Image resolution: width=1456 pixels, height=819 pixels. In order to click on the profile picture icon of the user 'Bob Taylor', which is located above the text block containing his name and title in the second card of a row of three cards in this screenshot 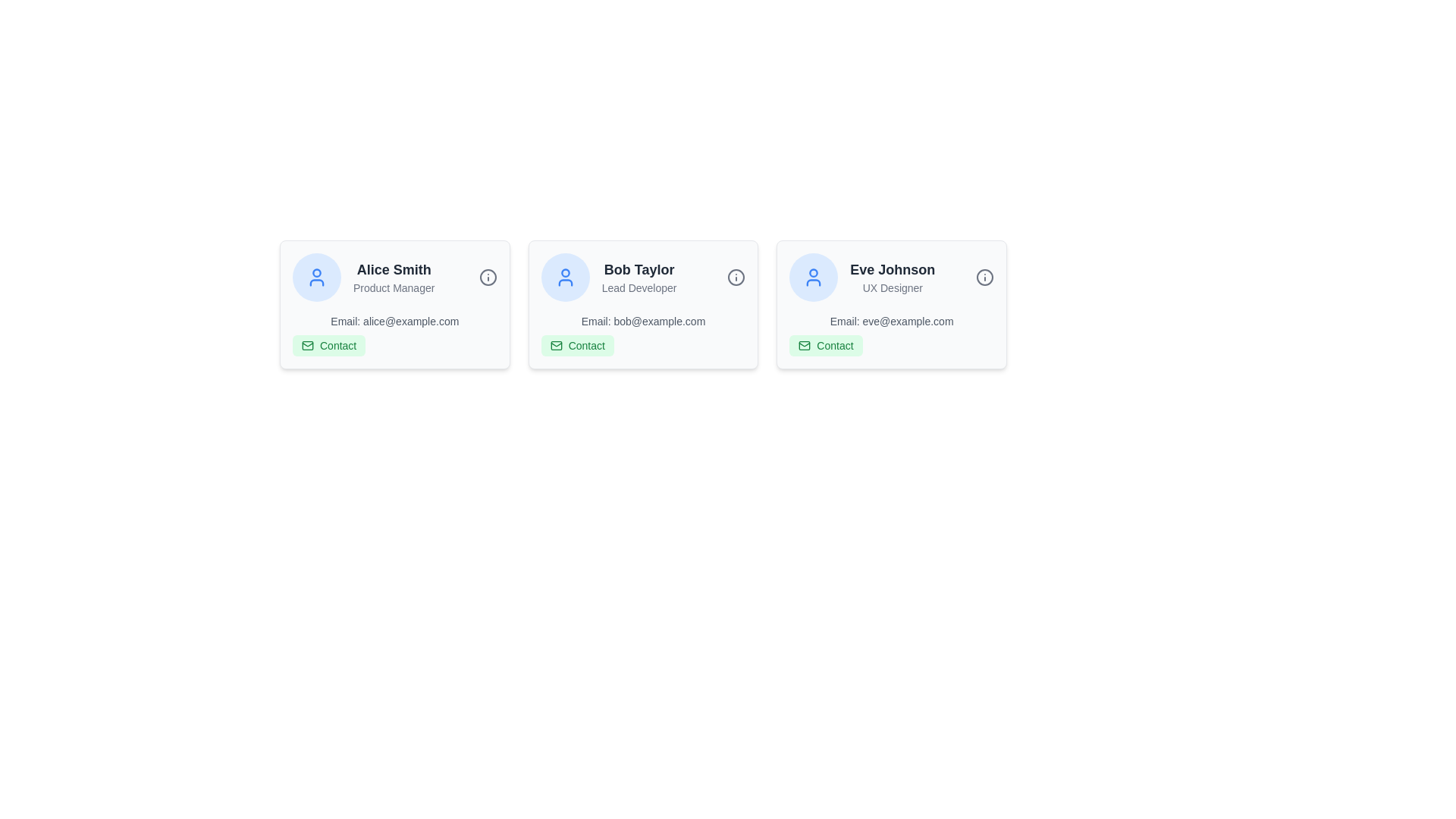, I will do `click(564, 278)`.